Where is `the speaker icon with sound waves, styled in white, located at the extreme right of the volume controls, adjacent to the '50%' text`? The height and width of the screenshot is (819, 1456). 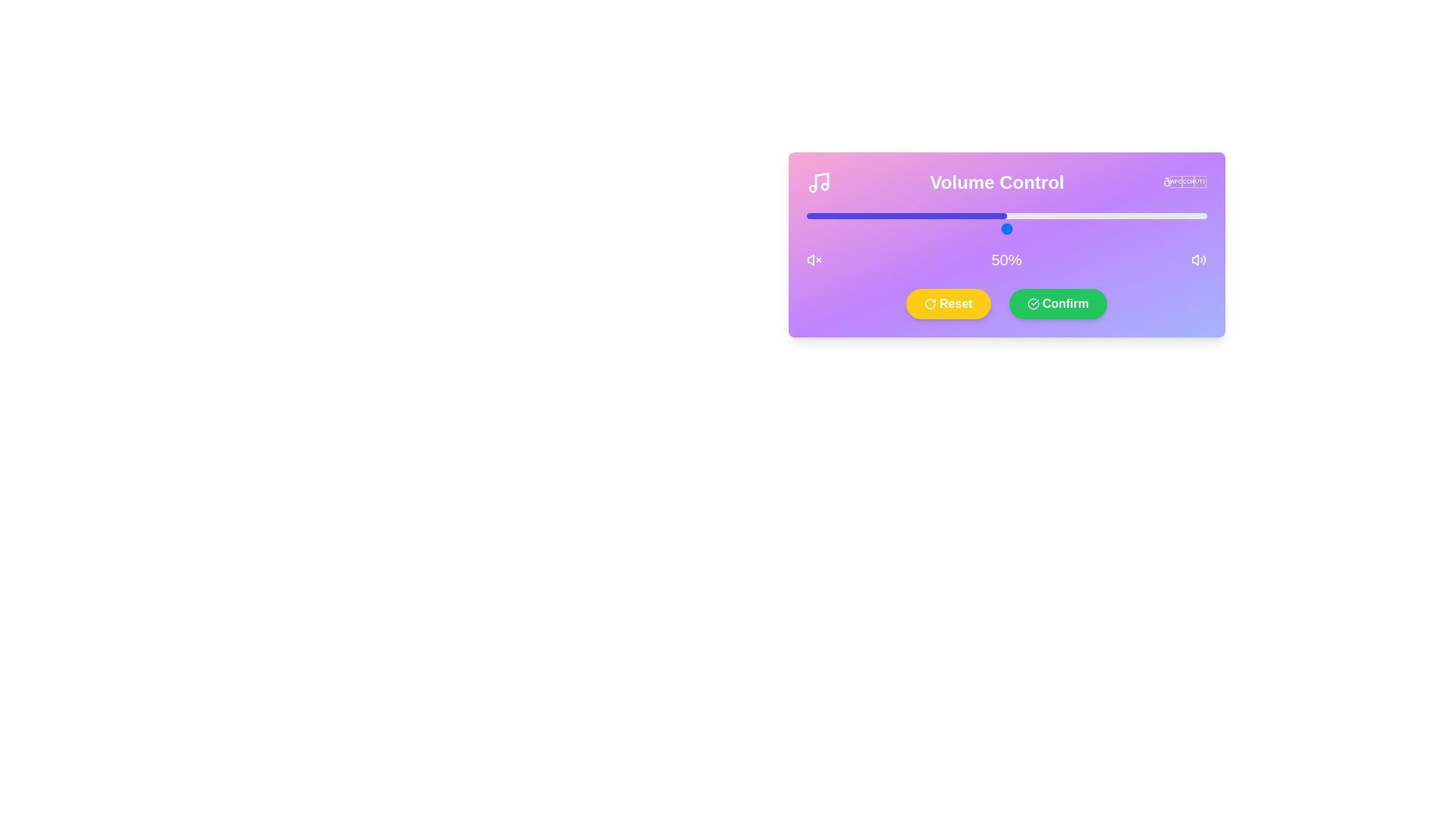
the speaker icon with sound waves, styled in white, located at the extreme right of the volume controls, adjacent to the '50%' text is located at coordinates (1198, 259).